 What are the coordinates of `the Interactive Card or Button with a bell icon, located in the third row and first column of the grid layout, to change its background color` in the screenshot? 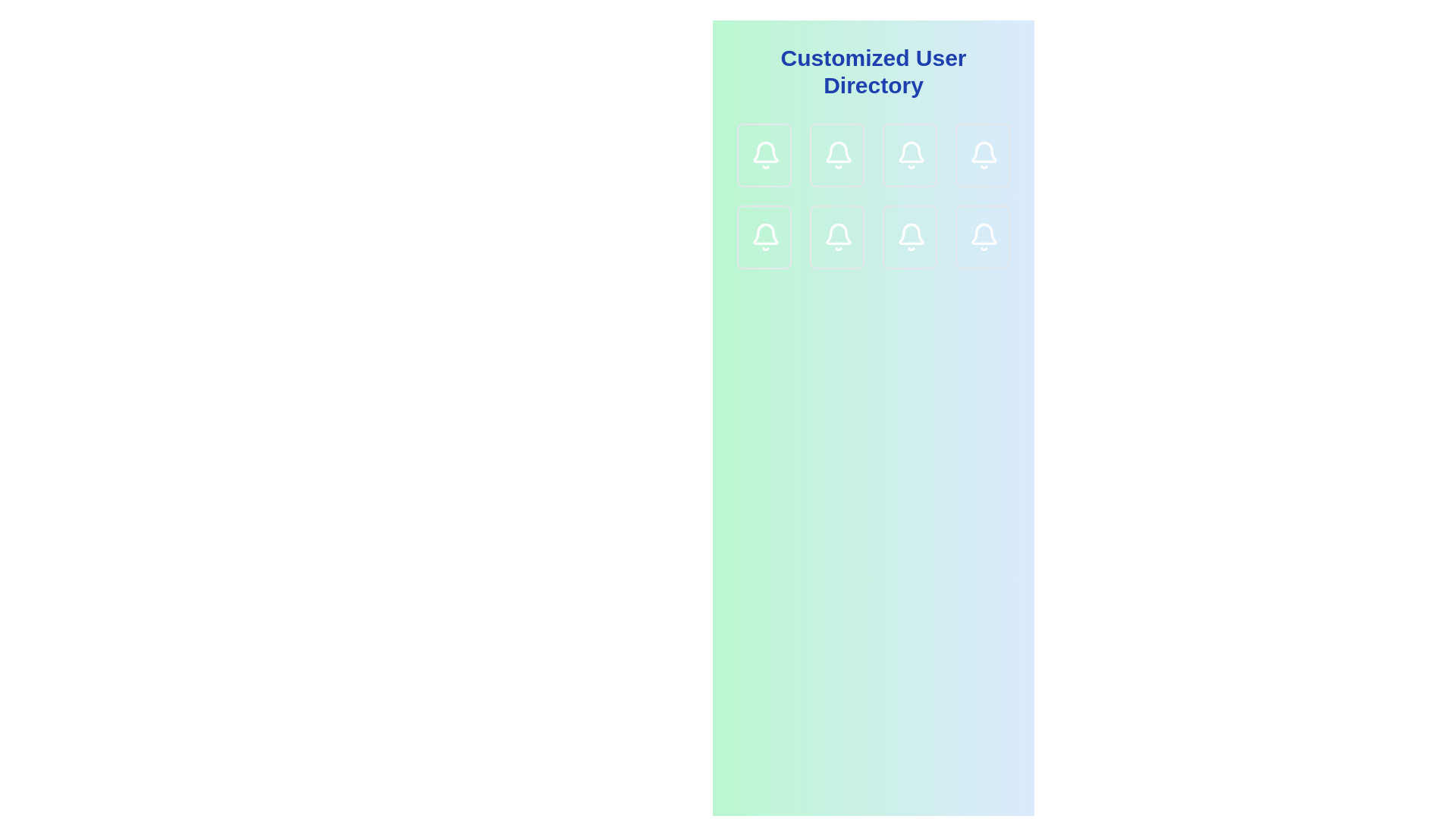 It's located at (764, 237).